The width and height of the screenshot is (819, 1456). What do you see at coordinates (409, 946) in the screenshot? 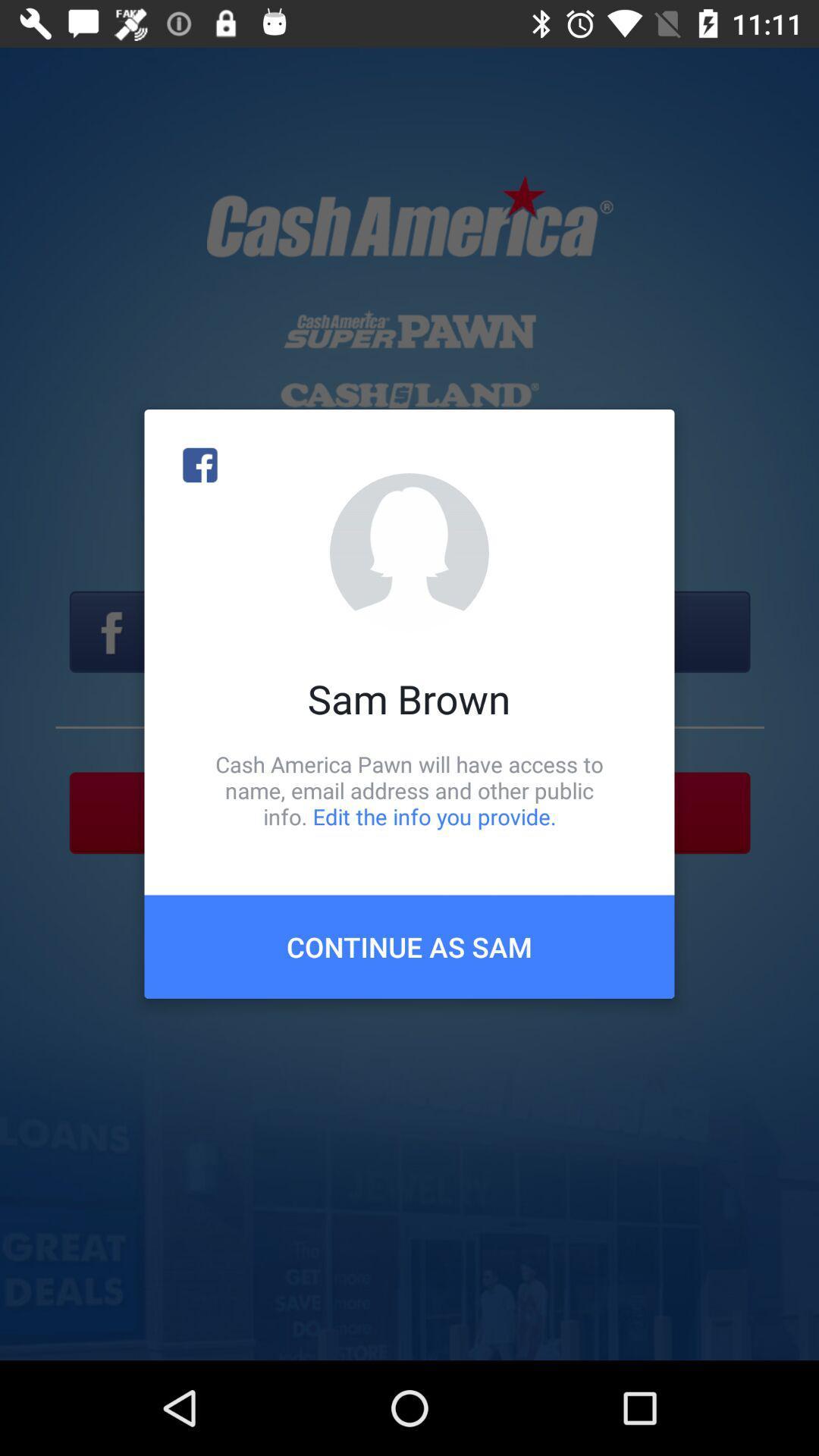
I see `the icon below cash america pawn item` at bounding box center [409, 946].